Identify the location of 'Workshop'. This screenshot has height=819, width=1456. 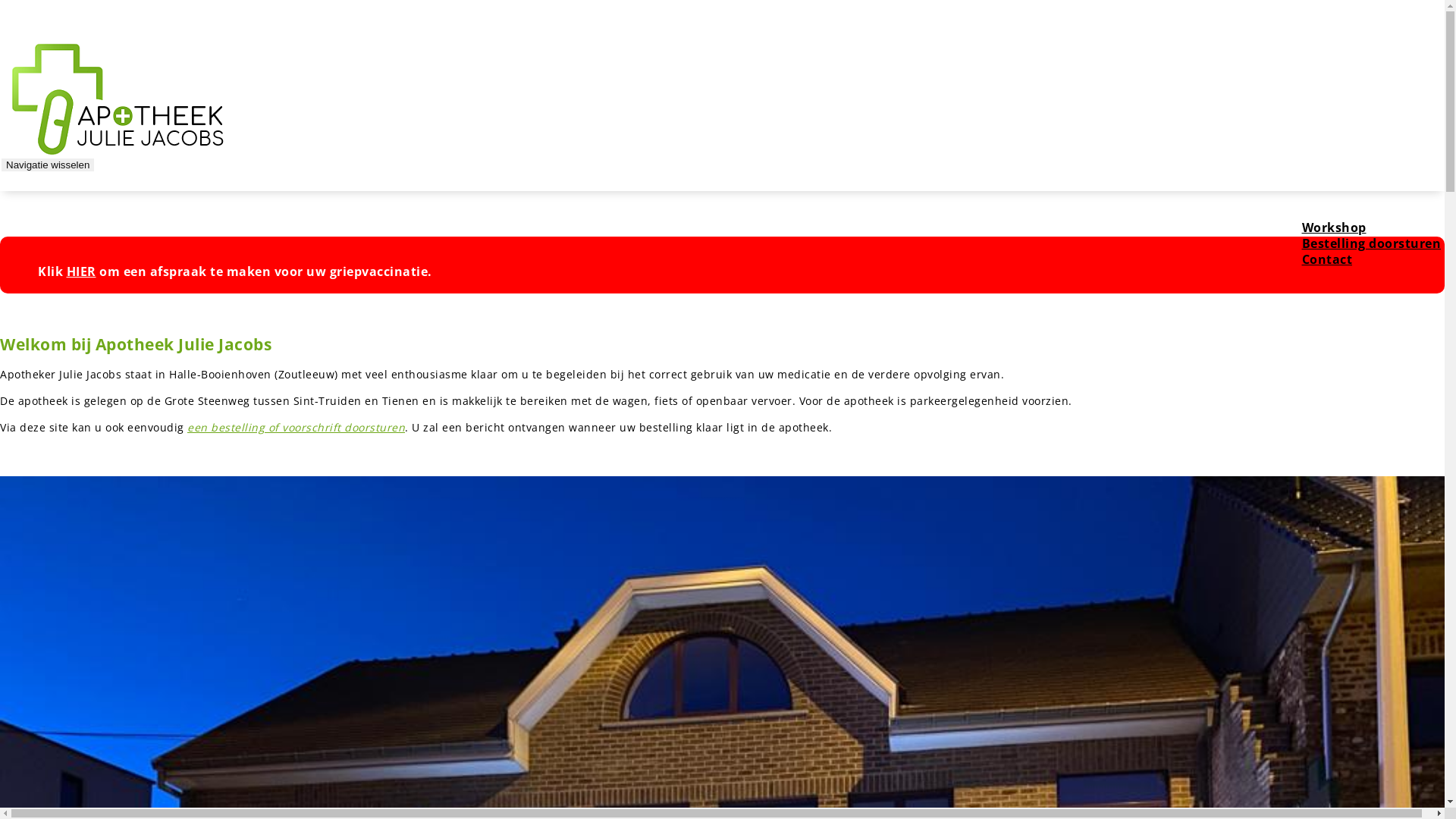
(1285, 227).